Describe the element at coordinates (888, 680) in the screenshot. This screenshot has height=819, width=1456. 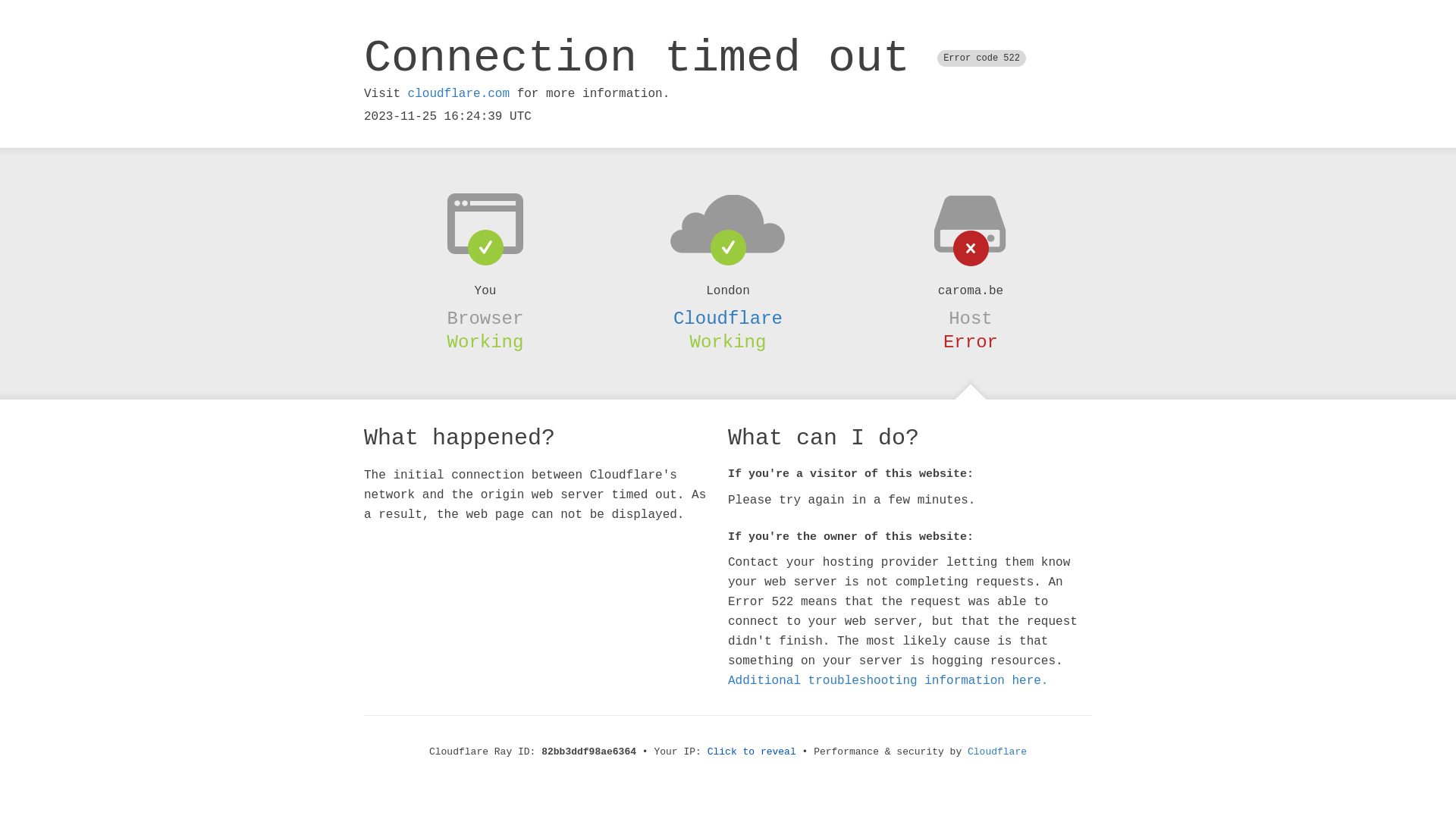
I see `'Additional troubleshooting information here.'` at that location.